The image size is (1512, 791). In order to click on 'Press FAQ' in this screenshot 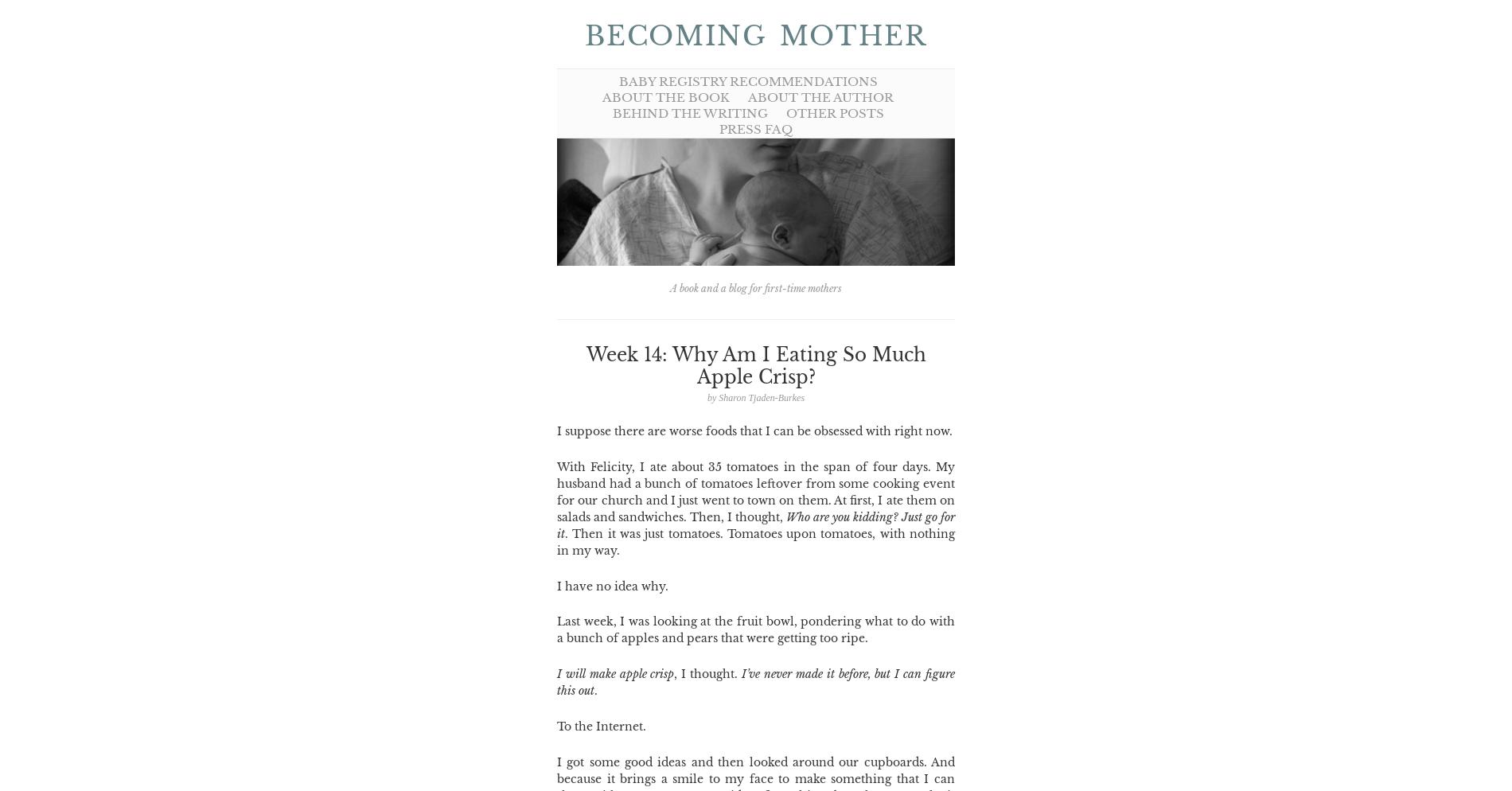, I will do `click(756, 129)`.